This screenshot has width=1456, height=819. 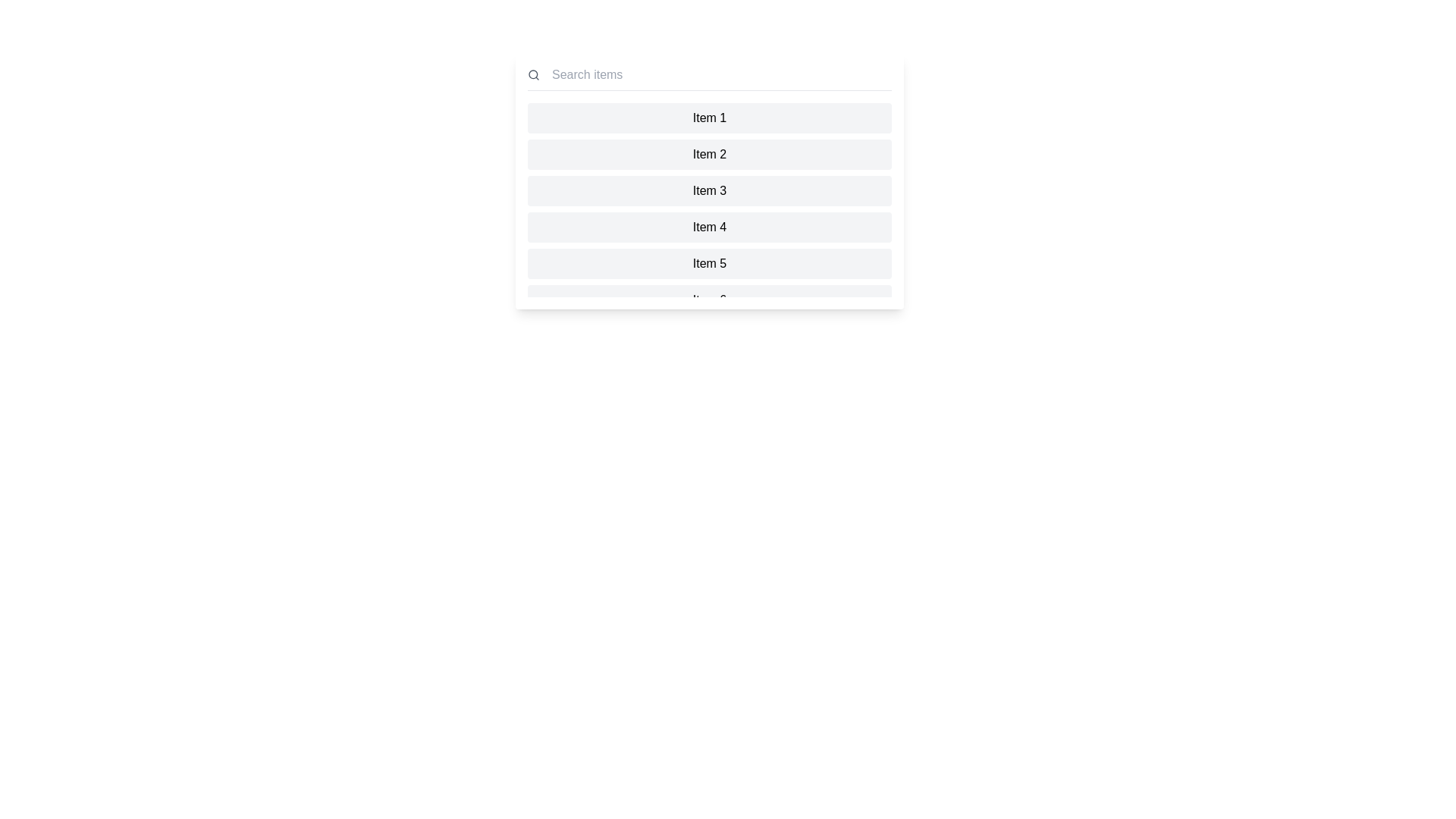 I want to click on the item 3 to highlight it, so click(x=709, y=190).